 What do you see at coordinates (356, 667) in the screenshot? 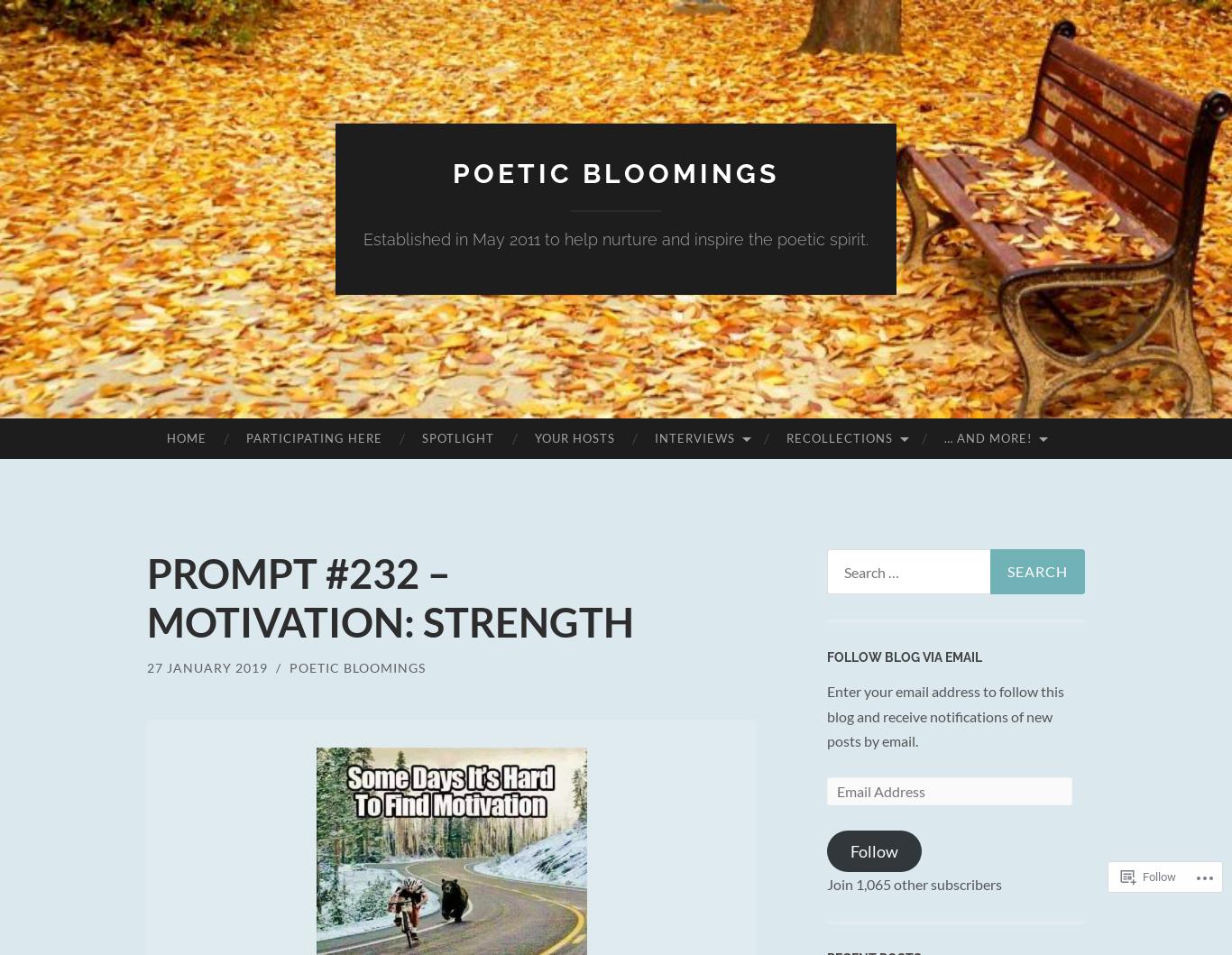
I see `'Poetic Bloomings'` at bounding box center [356, 667].